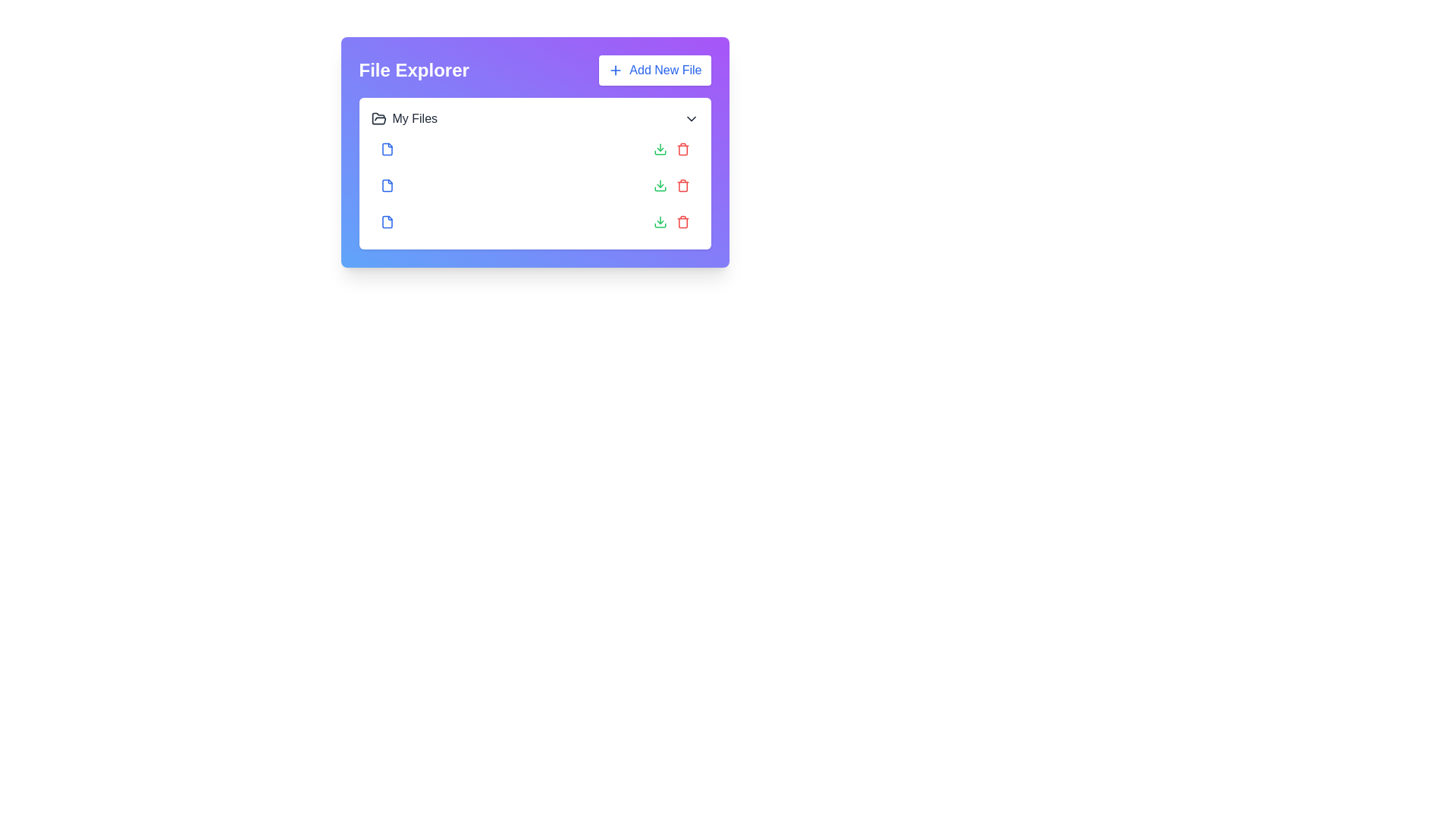  What do you see at coordinates (387, 149) in the screenshot?
I see `the document file icon representing 'Project_Plan.docx' located on the leftmost side of its row in the file listing component` at bounding box center [387, 149].